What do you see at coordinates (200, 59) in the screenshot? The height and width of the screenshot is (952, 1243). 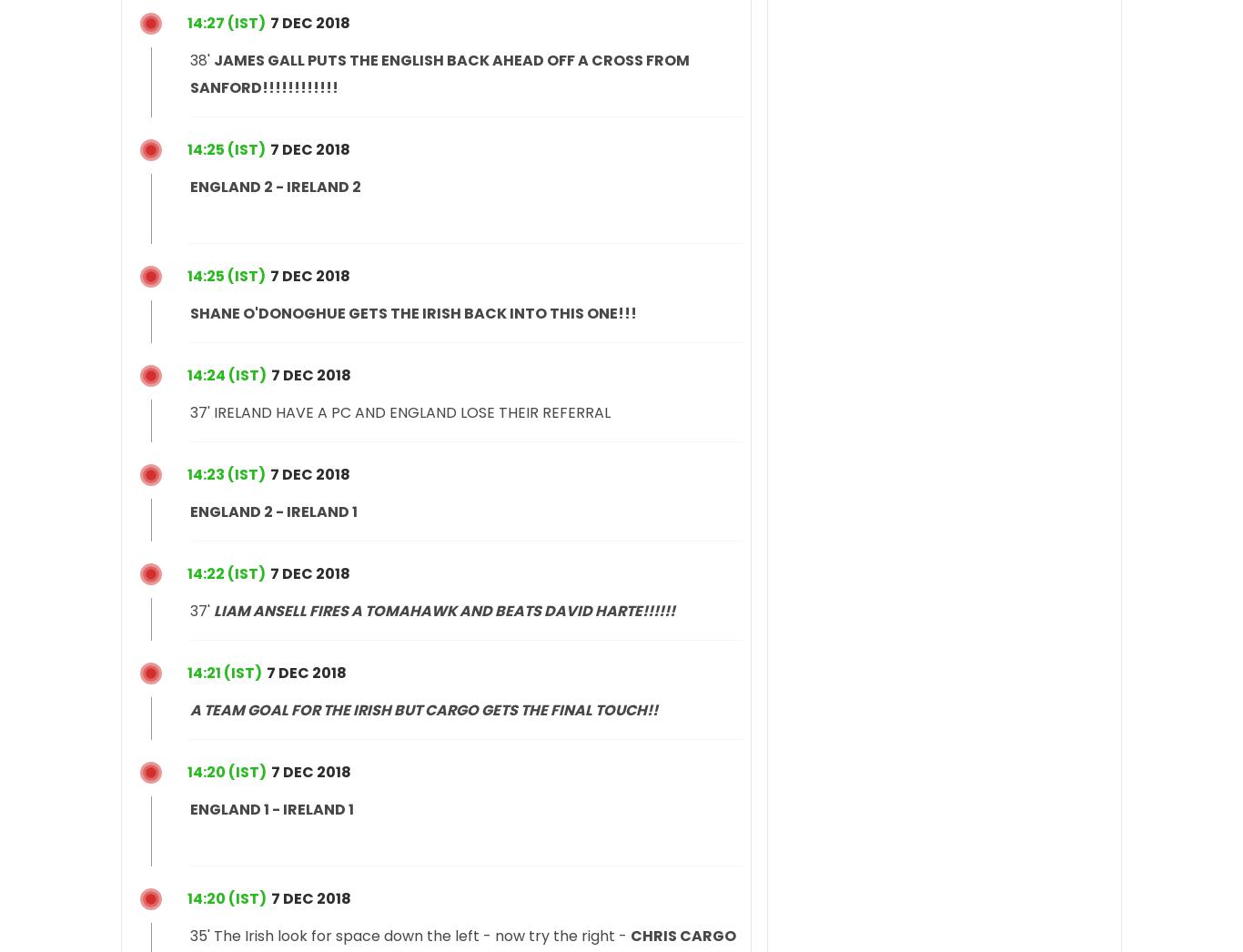 I see `'38''` at bounding box center [200, 59].